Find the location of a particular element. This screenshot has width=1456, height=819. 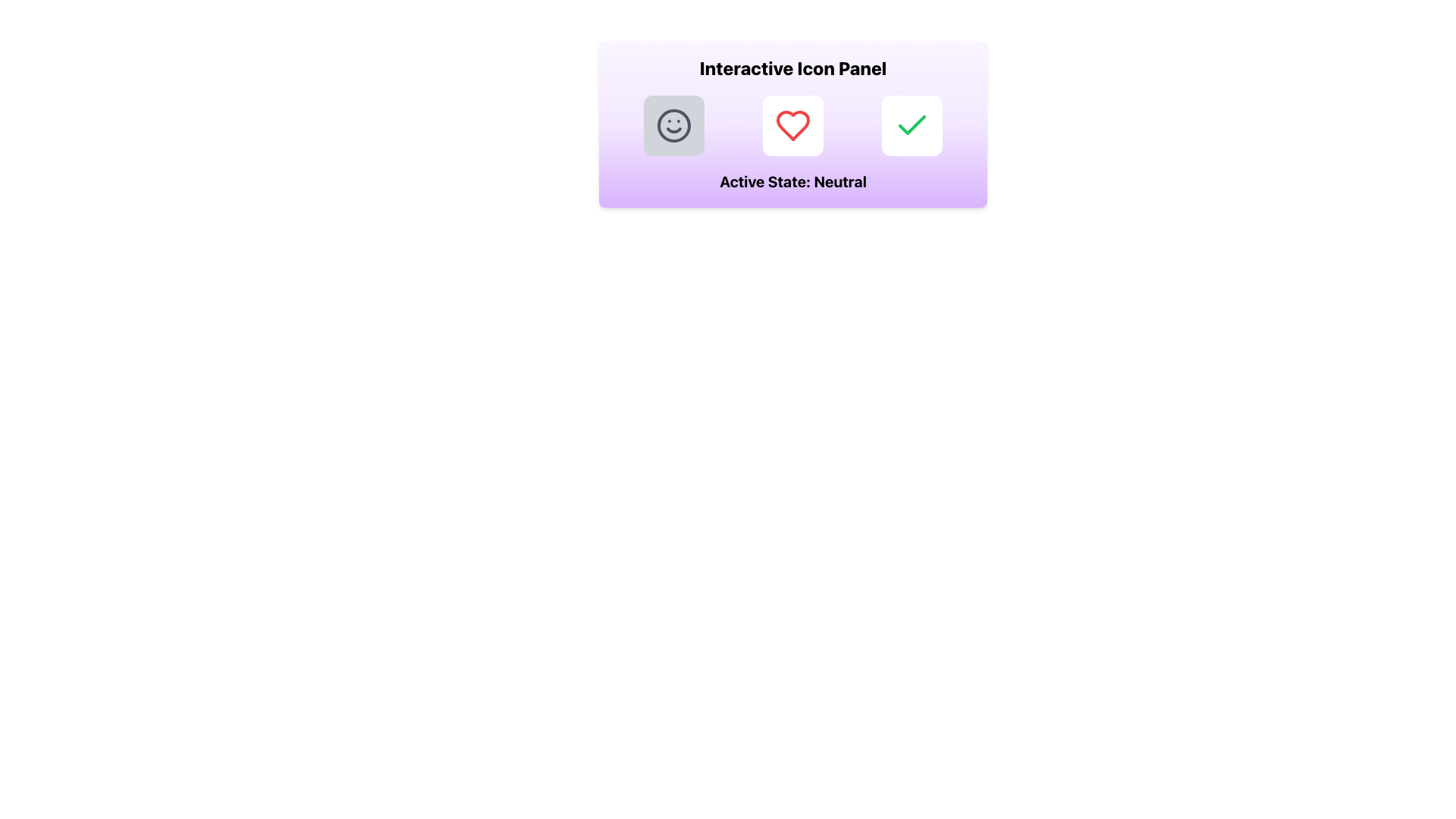

the interactive button with a heart icon located in the Interactive Icon Panel is located at coordinates (792, 124).